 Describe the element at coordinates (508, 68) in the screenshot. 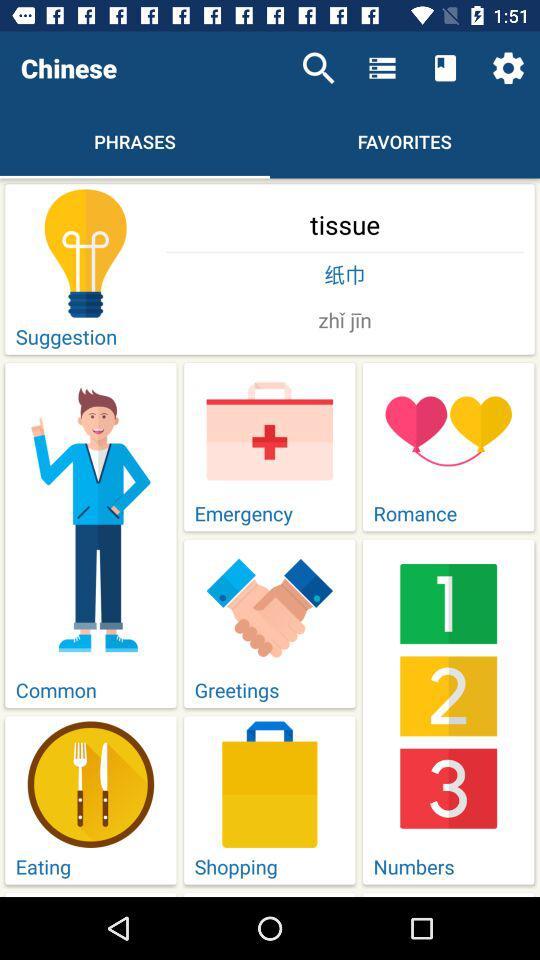

I see `icon above the tissue` at that location.